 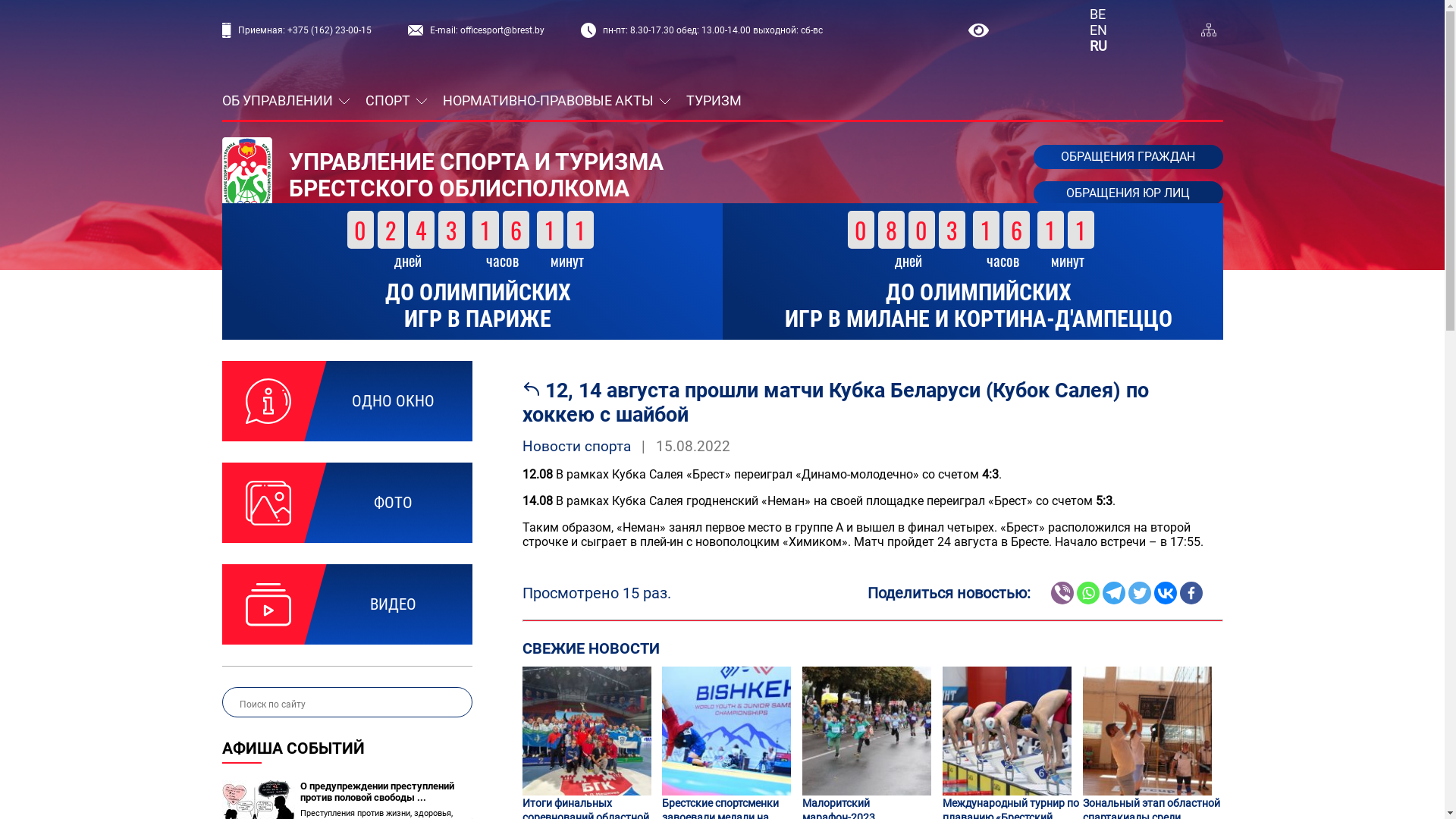 What do you see at coordinates (1062, 592) in the screenshot?
I see `'Viber'` at bounding box center [1062, 592].